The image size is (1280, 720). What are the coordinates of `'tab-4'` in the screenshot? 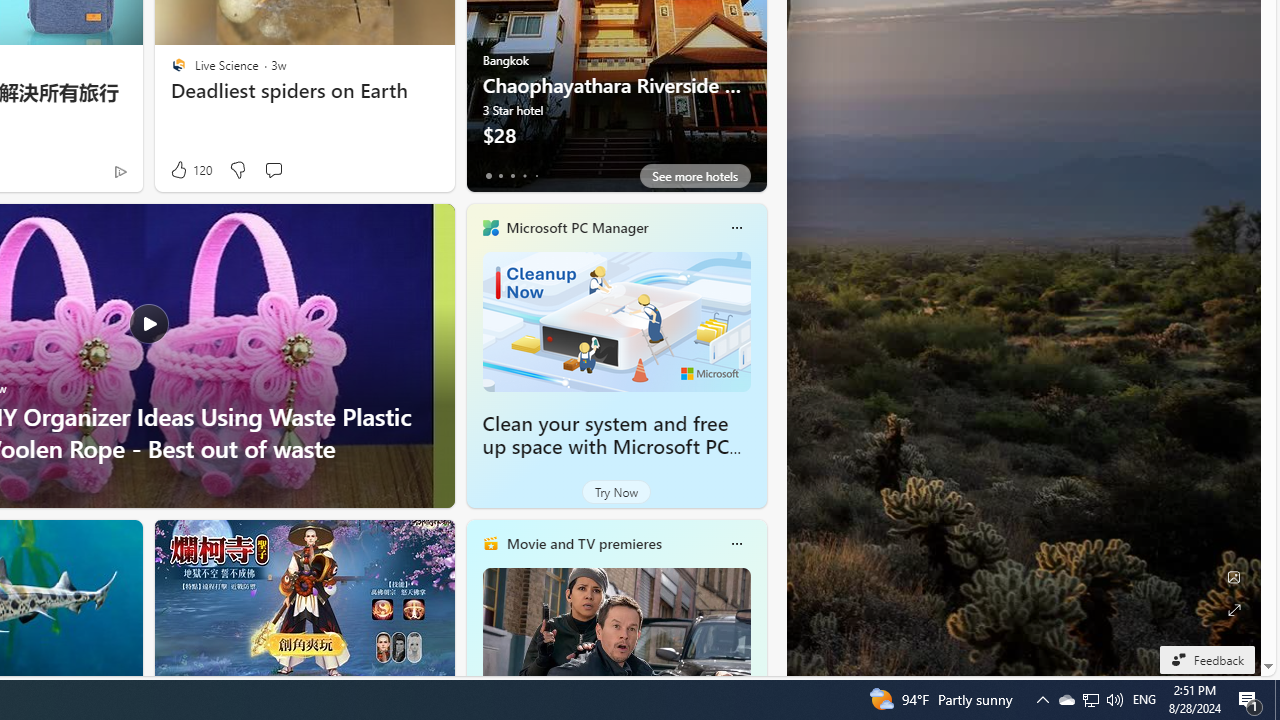 It's located at (536, 175).